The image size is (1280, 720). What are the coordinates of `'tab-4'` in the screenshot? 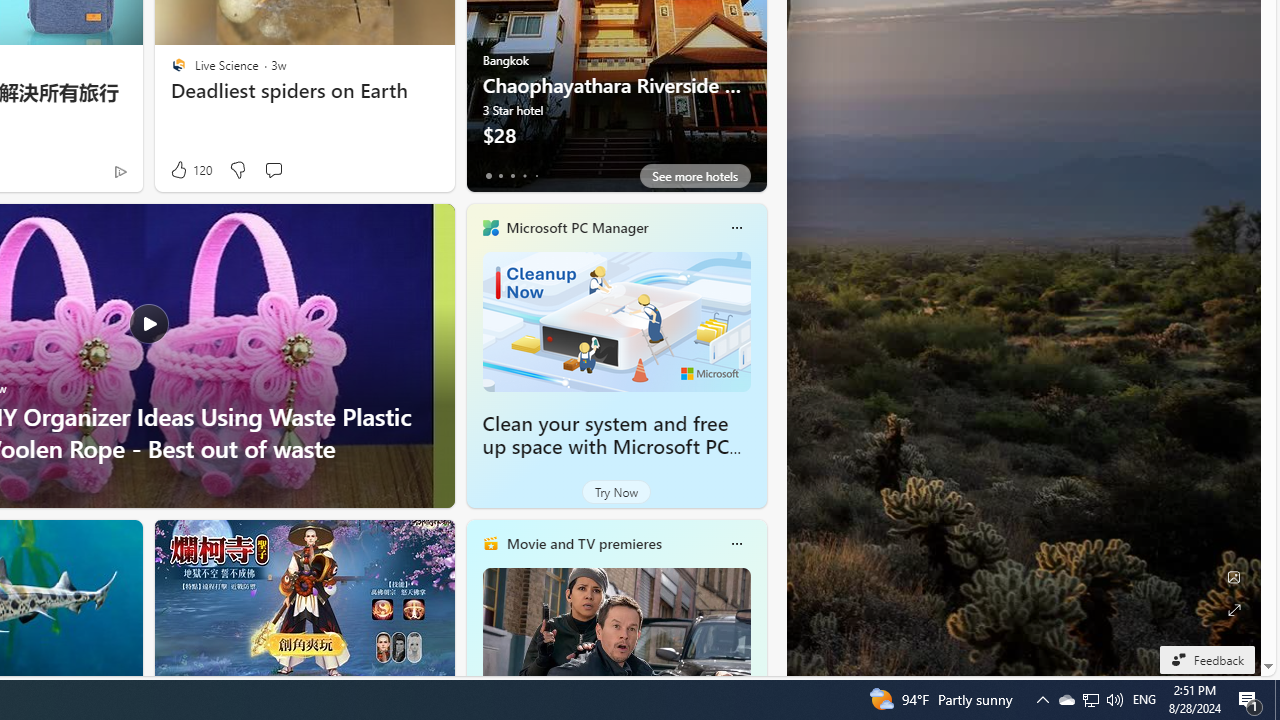 It's located at (536, 175).